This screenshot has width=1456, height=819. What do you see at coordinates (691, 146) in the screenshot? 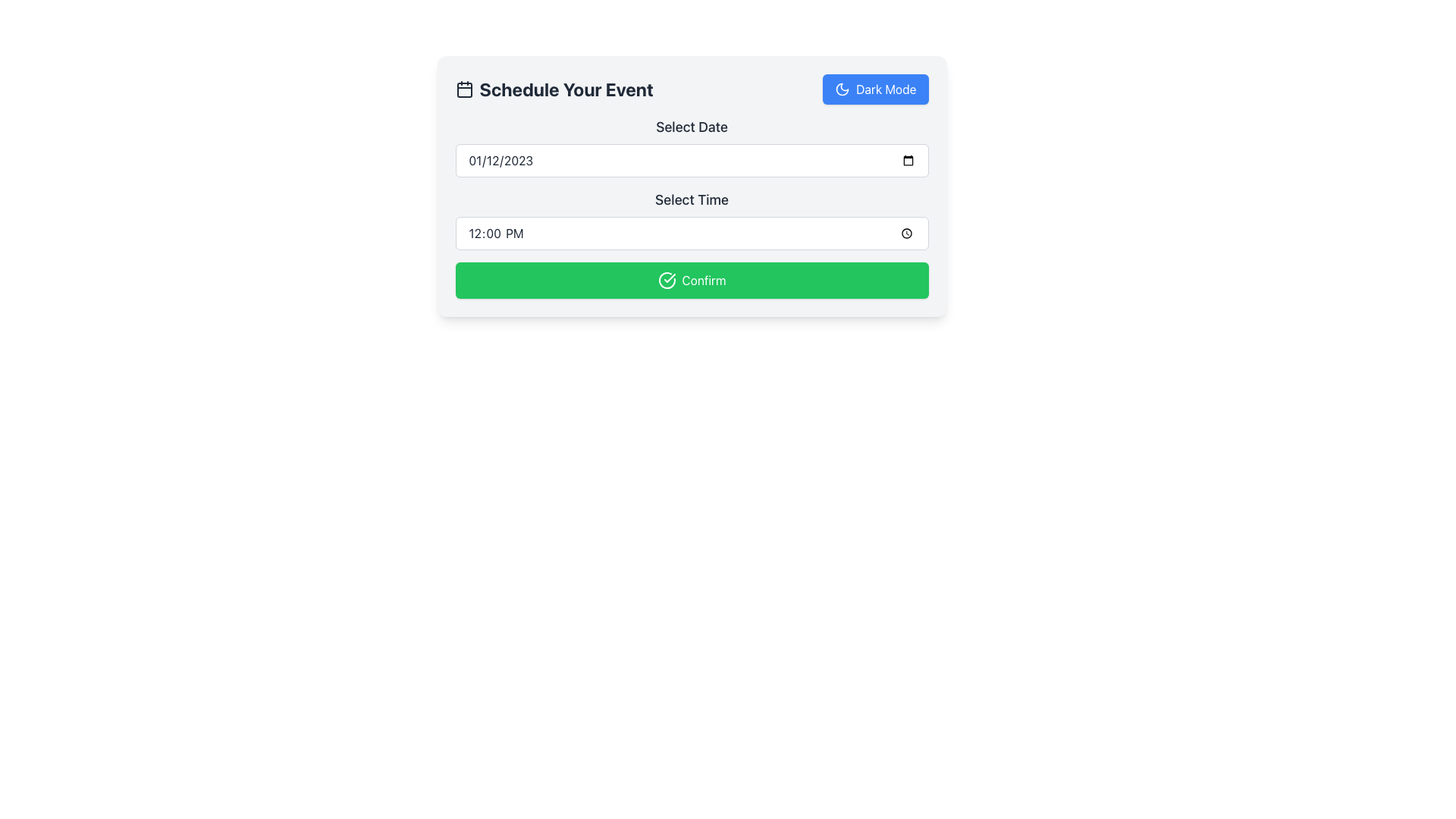
I see `the Date Selection Input Field labeled 'Select Date'` at bounding box center [691, 146].